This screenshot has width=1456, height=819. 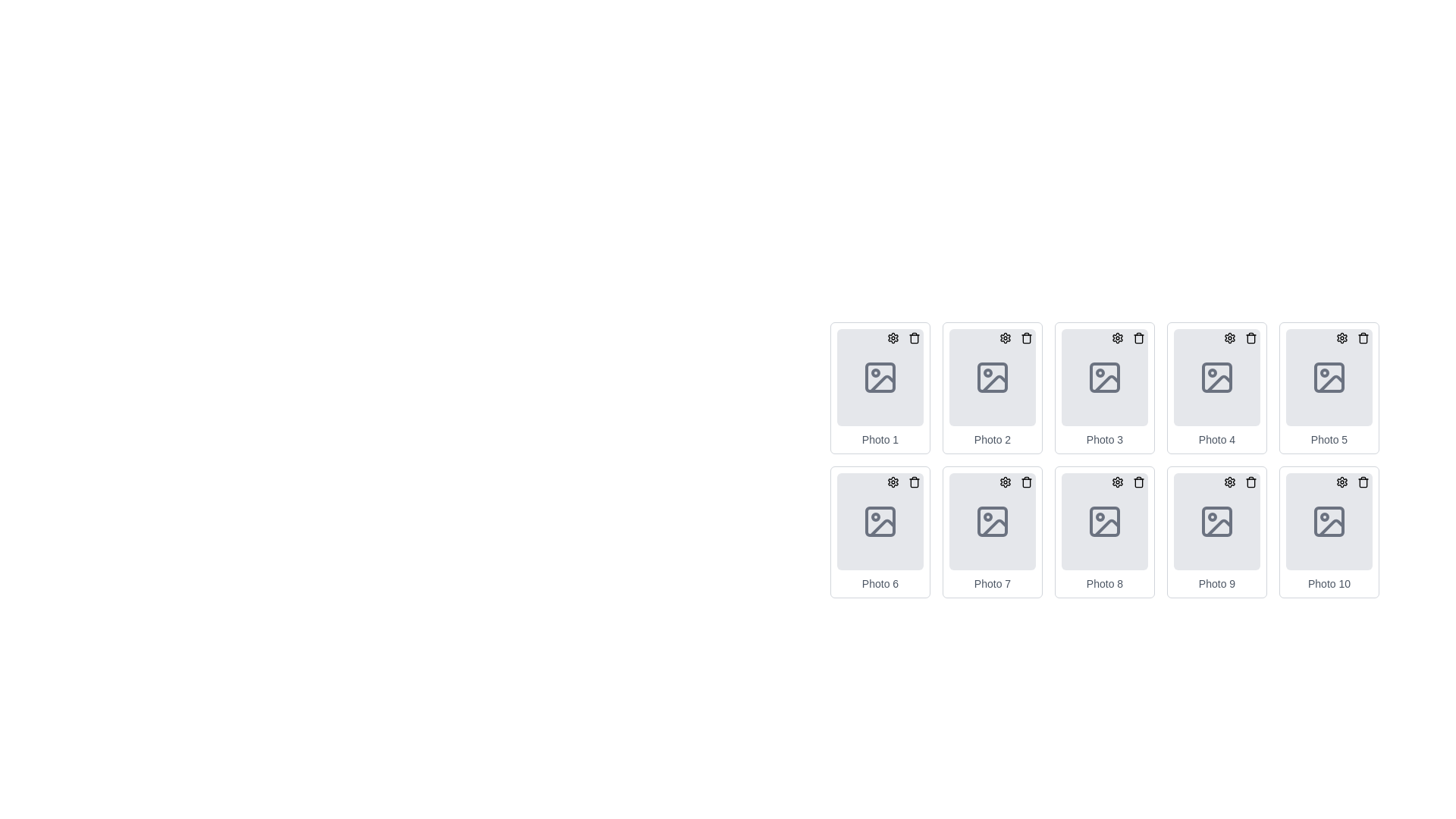 I want to click on the trash can icon located in the top-right corner of the seventh image item, so click(x=1026, y=482).